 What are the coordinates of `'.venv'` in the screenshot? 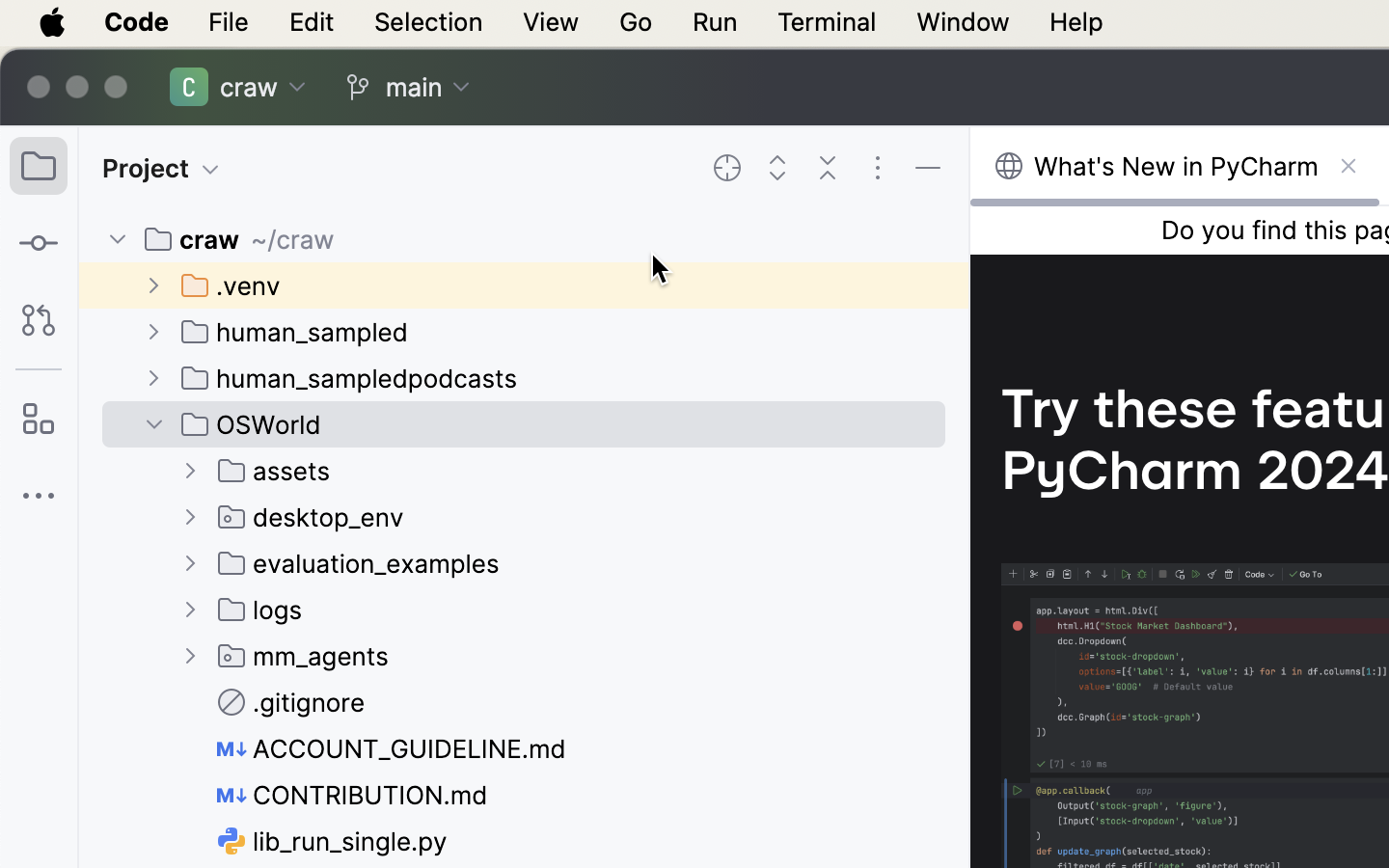 It's located at (231, 285).